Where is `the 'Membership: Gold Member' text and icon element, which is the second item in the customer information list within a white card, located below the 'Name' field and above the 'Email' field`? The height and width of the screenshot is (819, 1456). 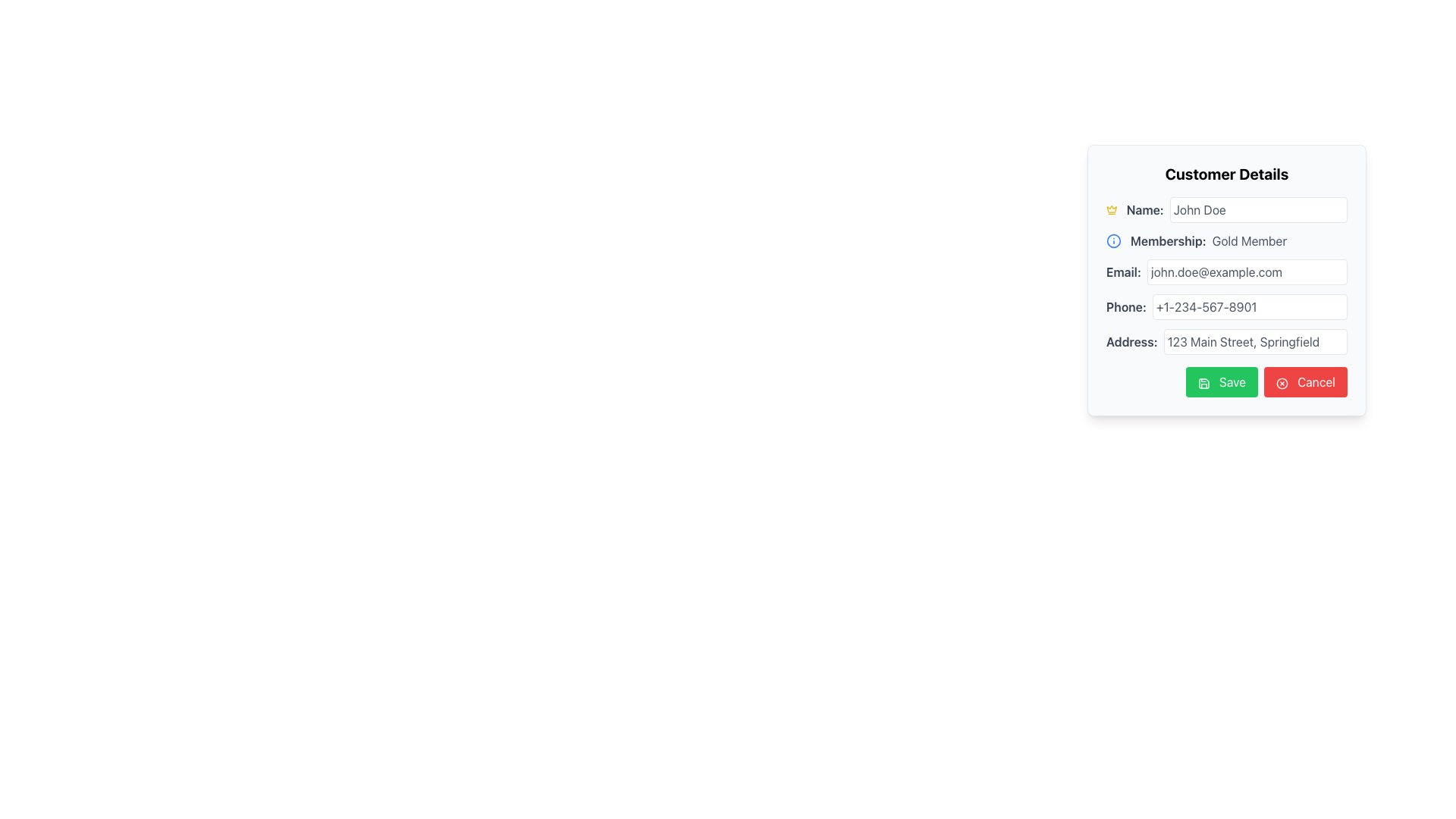 the 'Membership: Gold Member' text and icon element, which is the second item in the customer information list within a white card, located below the 'Name' field and above the 'Email' field is located at coordinates (1226, 240).